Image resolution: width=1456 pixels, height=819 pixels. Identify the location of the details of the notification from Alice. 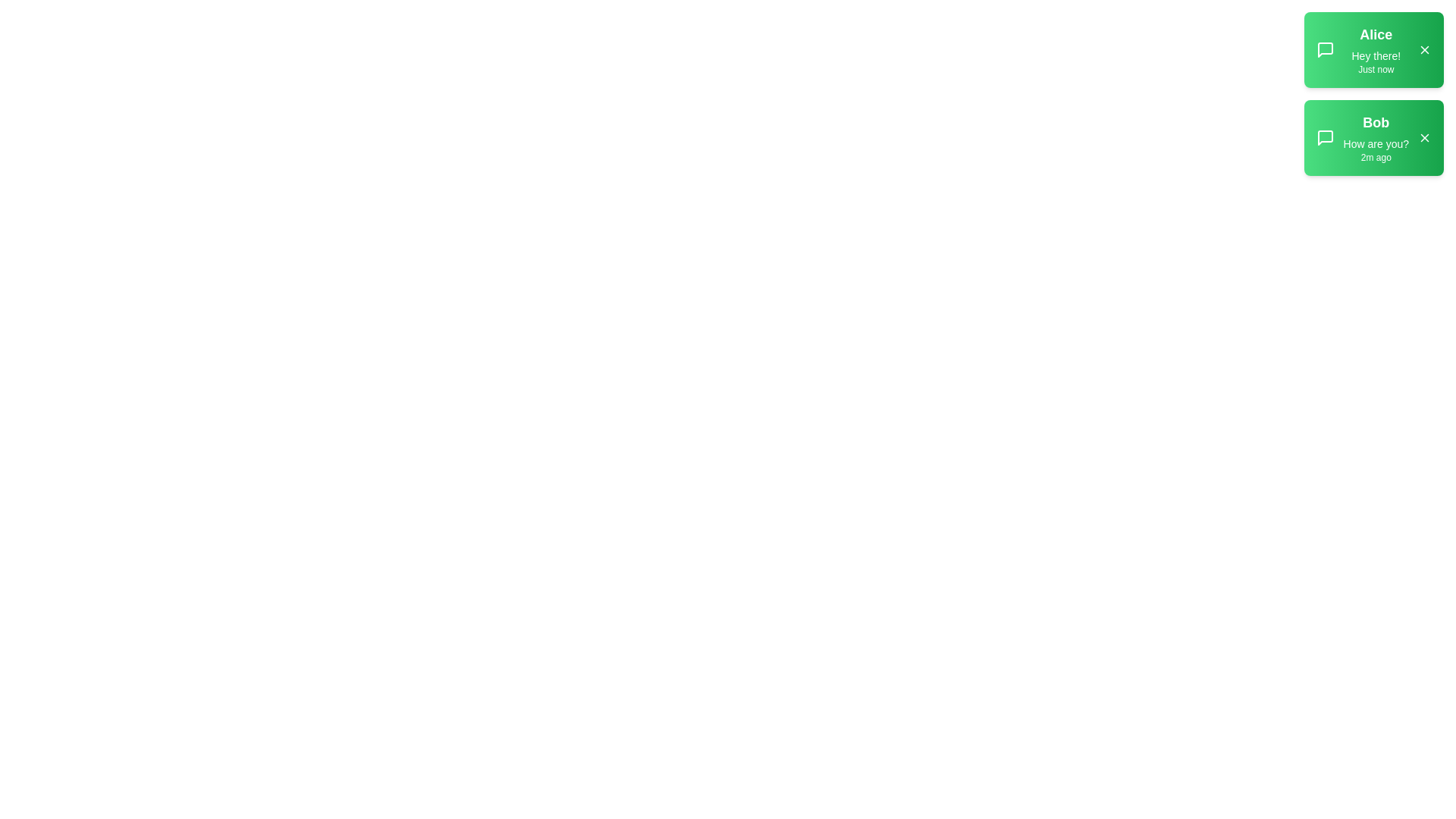
(1373, 49).